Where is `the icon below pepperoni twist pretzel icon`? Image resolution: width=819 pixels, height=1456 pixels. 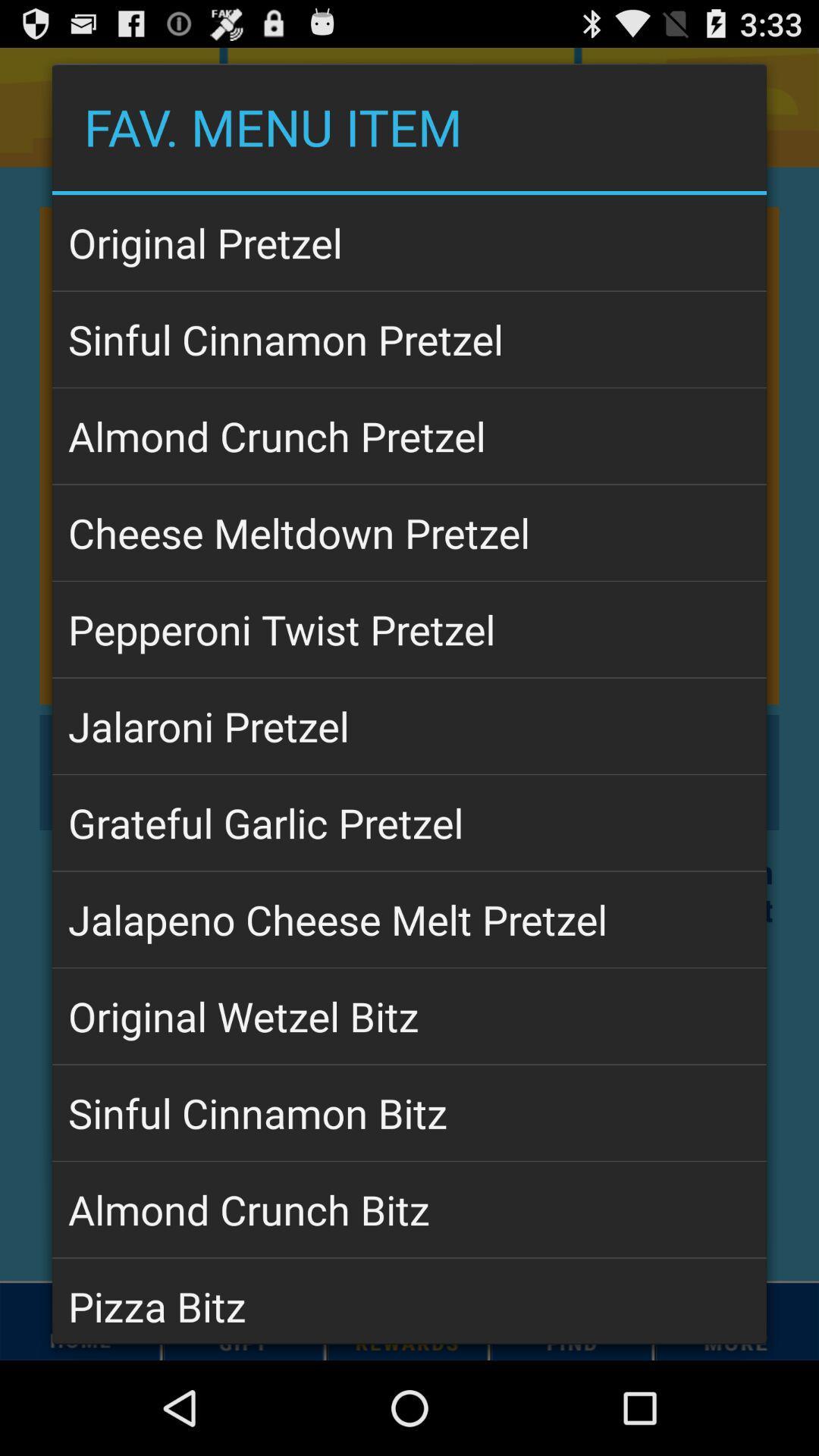
the icon below pepperoni twist pretzel icon is located at coordinates (409, 725).